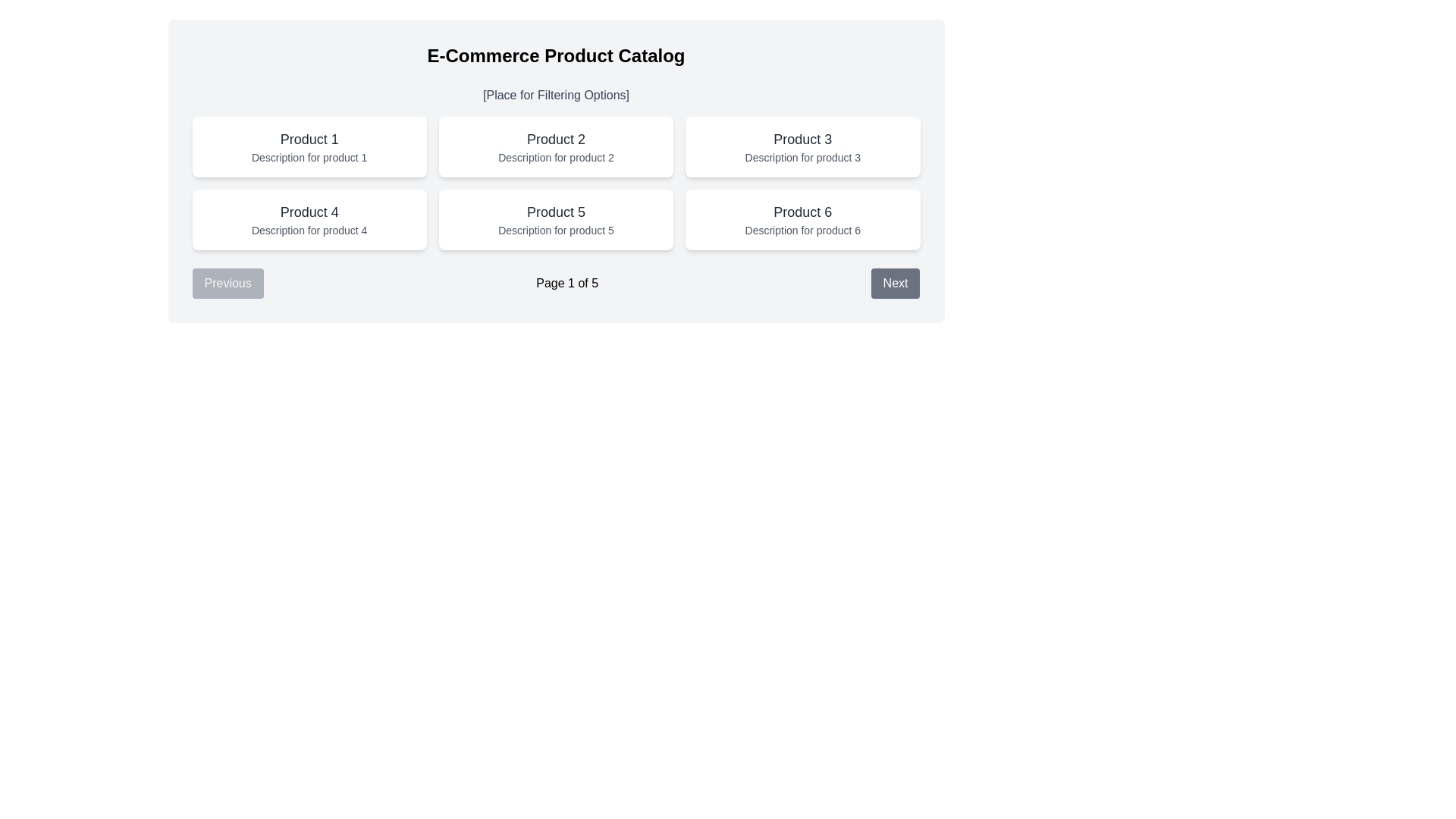  What do you see at coordinates (802, 219) in the screenshot?
I see `the white rectangular card titled 'Product 6', located in the bottom-right corner of the grid layout` at bounding box center [802, 219].